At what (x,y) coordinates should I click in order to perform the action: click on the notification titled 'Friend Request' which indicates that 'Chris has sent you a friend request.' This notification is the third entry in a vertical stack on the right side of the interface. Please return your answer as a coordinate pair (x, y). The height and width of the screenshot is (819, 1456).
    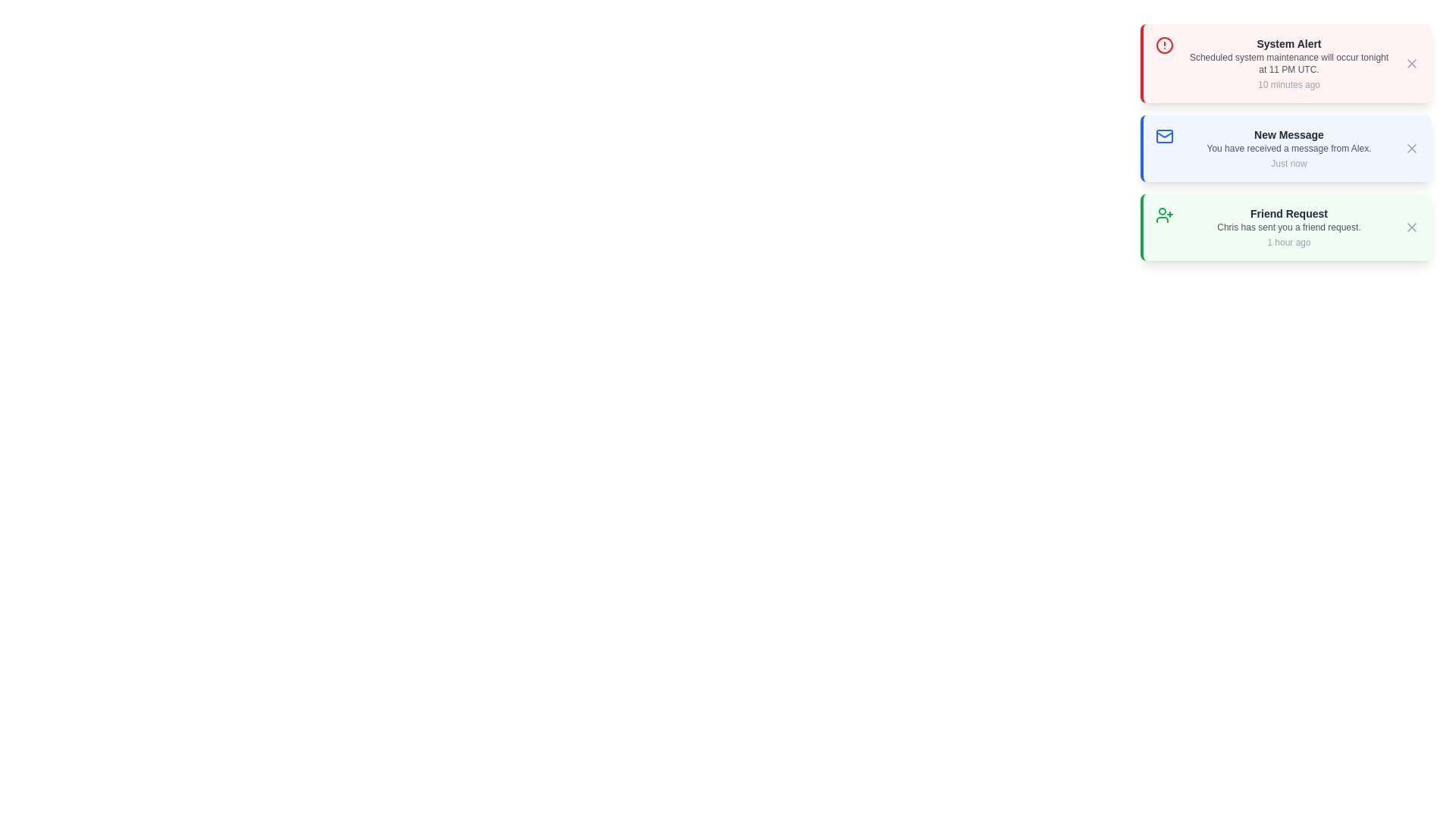
    Looking at the image, I should click on (1288, 227).